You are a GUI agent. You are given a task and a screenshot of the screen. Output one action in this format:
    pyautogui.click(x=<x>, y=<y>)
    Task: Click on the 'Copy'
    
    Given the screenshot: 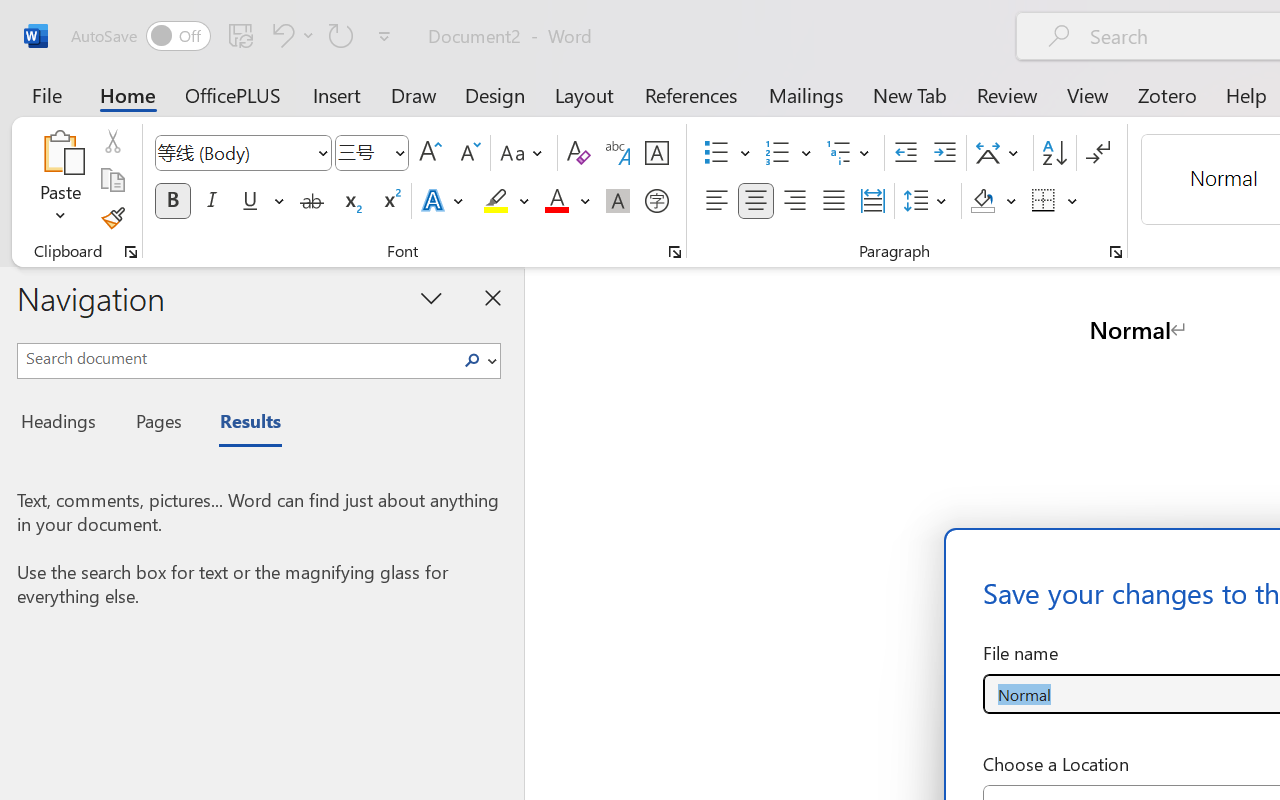 What is the action you would take?
    pyautogui.click(x=111, y=179)
    